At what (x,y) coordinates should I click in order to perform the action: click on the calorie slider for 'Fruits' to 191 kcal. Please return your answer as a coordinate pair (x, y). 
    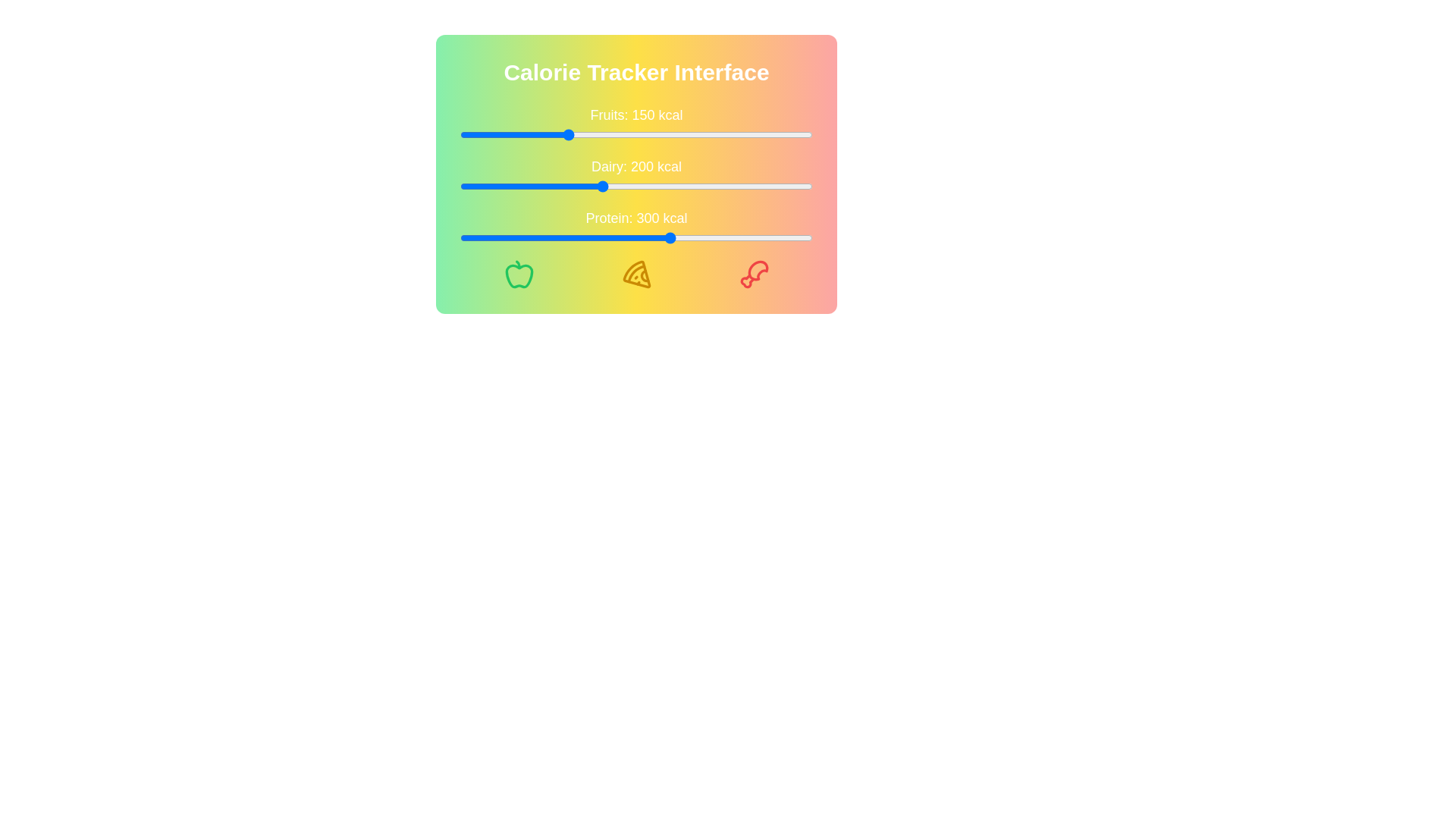
    Looking at the image, I should click on (594, 133).